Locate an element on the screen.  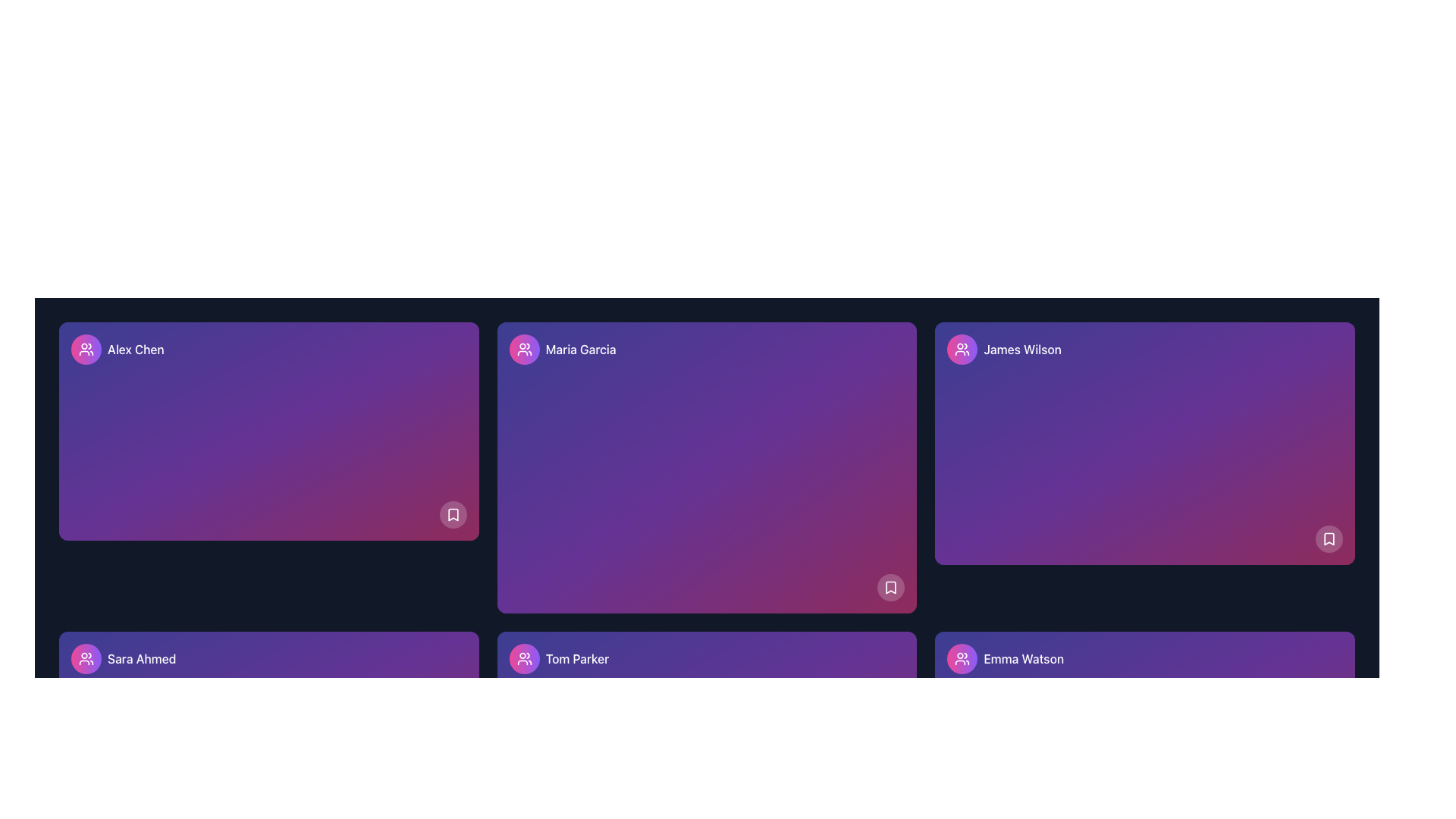
the text label displaying 'Maria Garcia' located at the top-left corner of the card-like component, adjacent to a circular icon with a pink gradient is located at coordinates (580, 350).